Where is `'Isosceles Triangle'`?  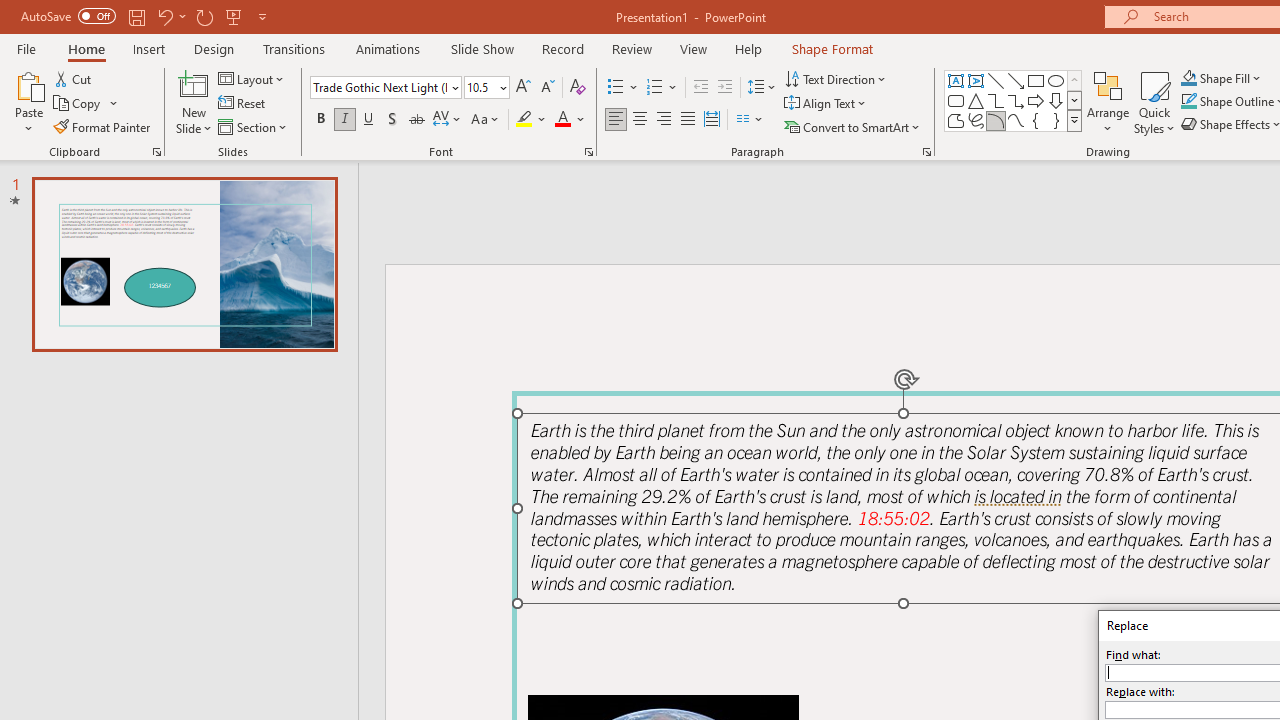 'Isosceles Triangle' is located at coordinates (976, 100).